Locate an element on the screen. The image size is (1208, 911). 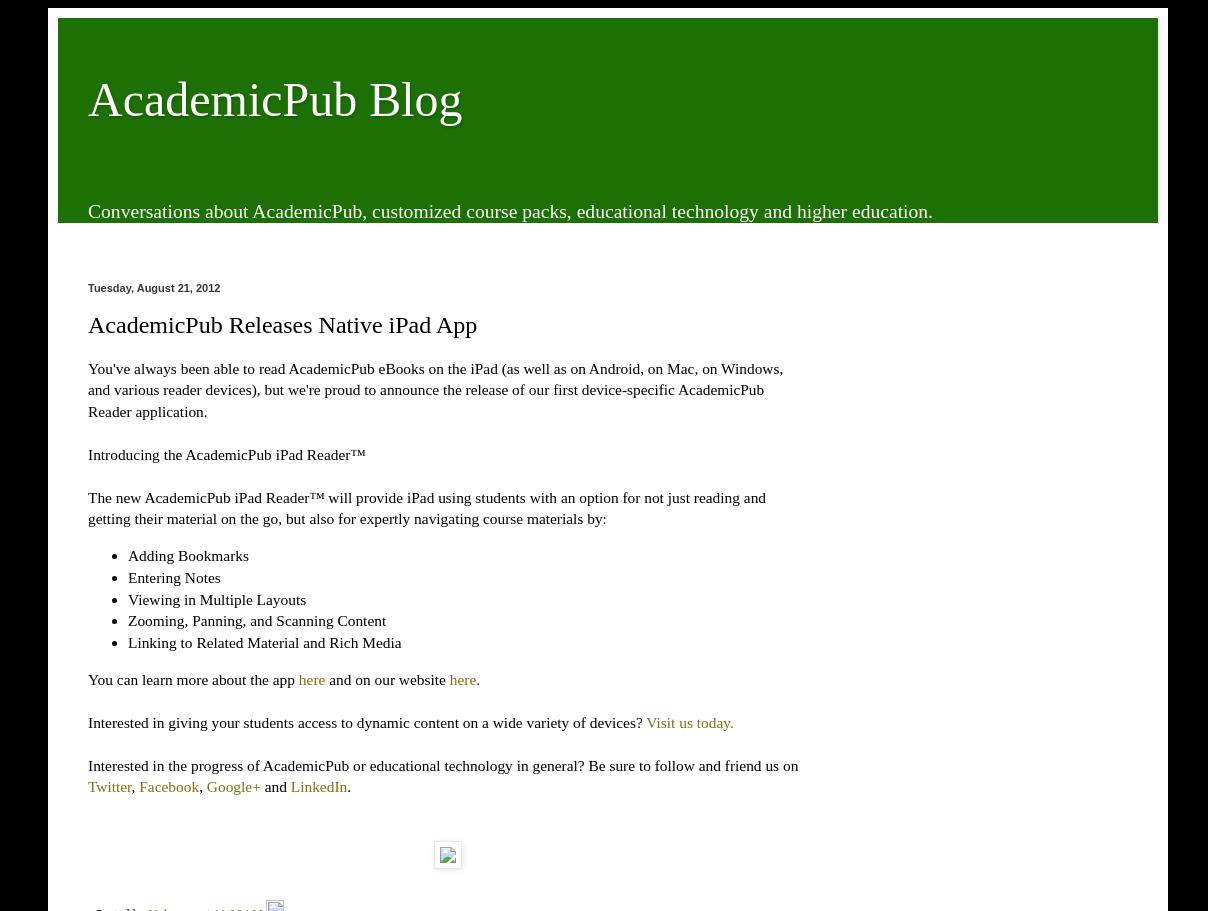
'Facebook' is located at coordinates (168, 786).